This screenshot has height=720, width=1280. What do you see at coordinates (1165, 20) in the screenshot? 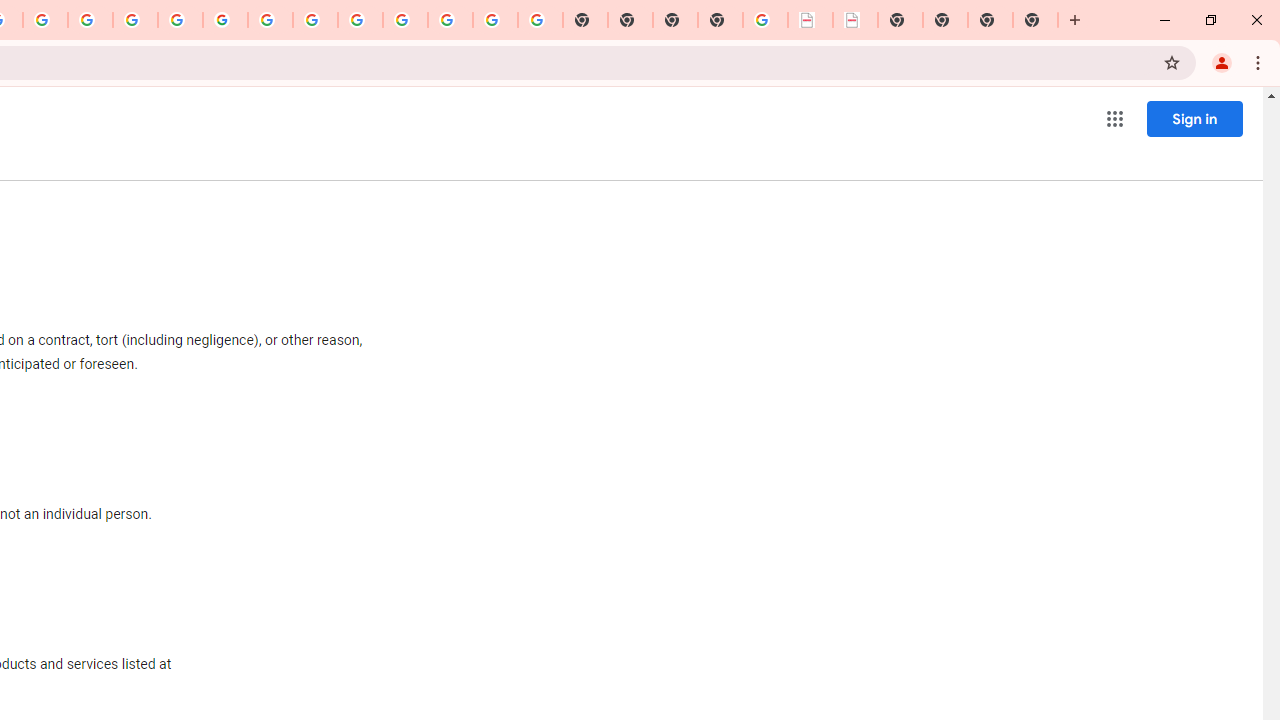
I see `'Minimize'` at bounding box center [1165, 20].